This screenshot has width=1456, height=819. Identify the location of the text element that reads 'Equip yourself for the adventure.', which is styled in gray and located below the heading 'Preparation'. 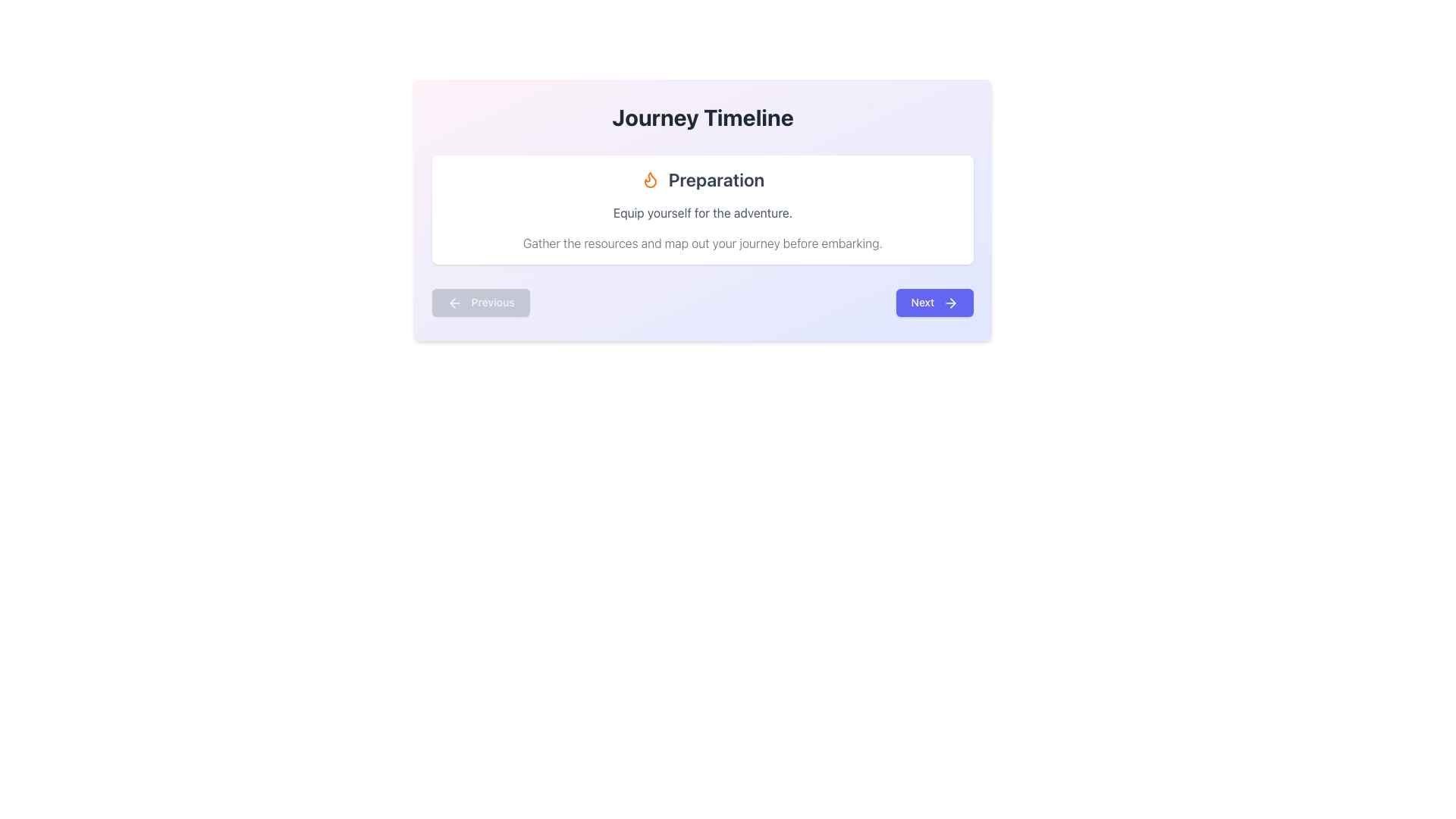
(701, 213).